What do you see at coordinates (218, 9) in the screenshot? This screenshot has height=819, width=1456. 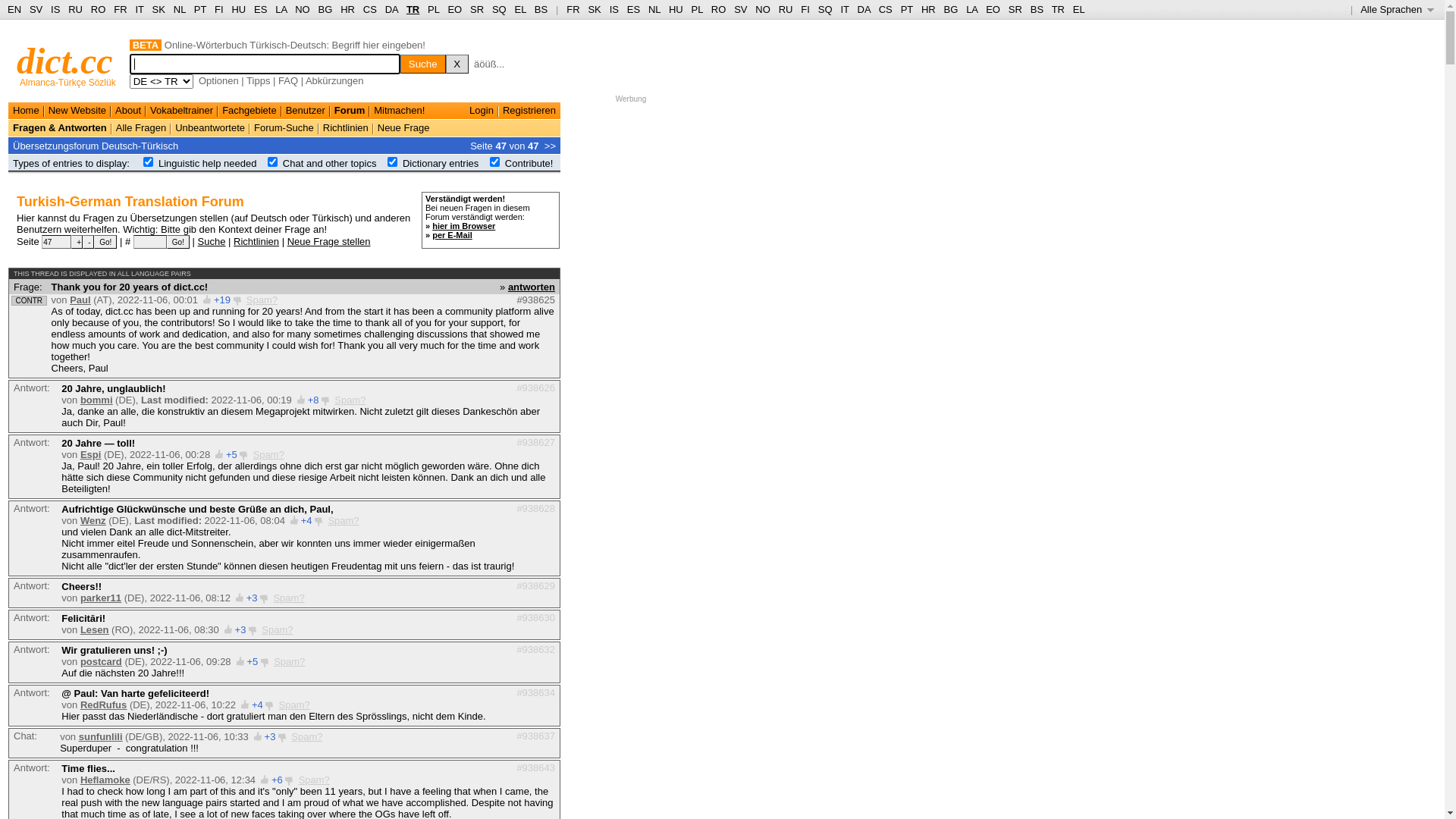 I see `'FI'` at bounding box center [218, 9].